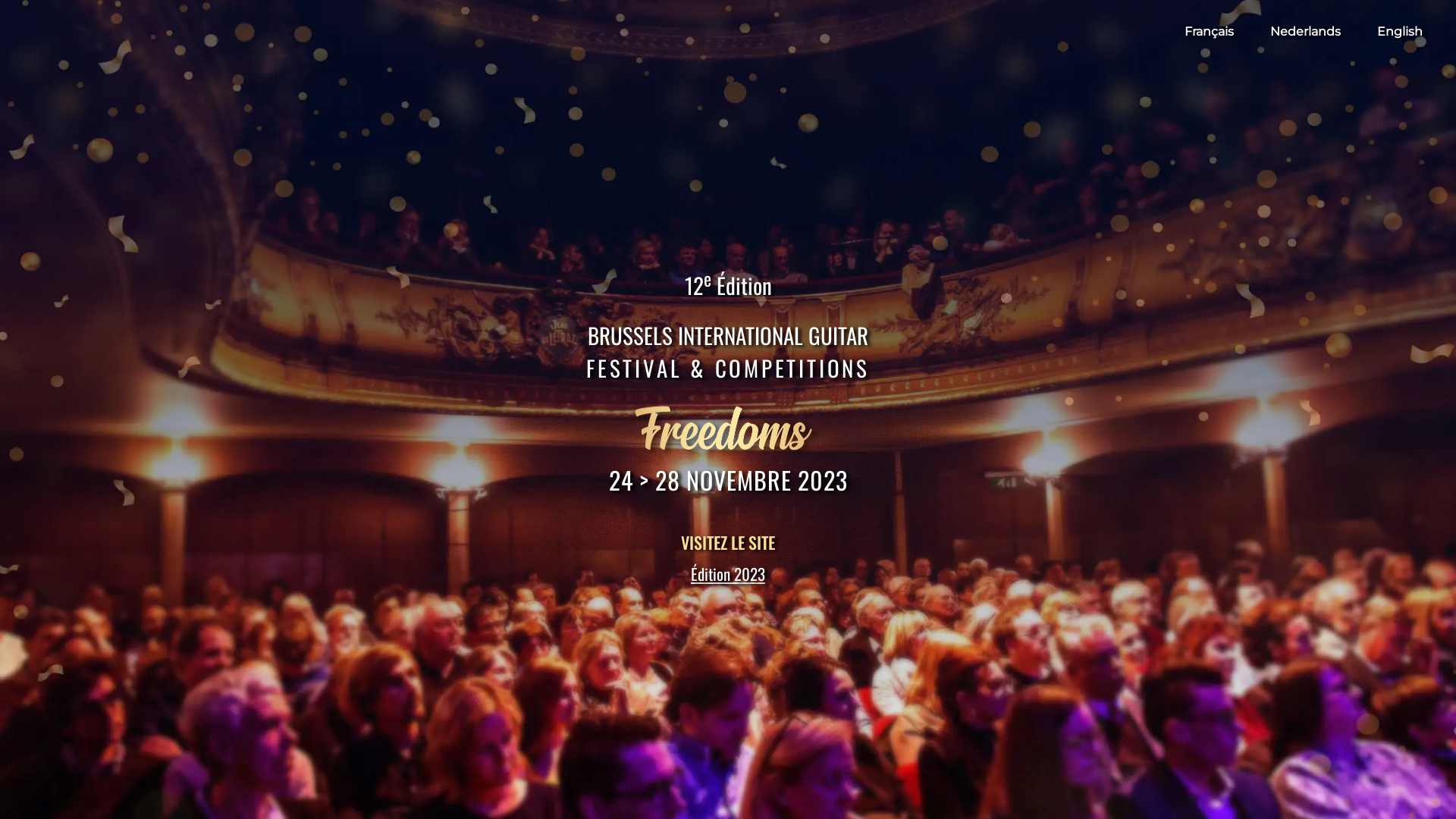 The width and height of the screenshot is (1456, 819). I want to click on 'English', so click(1376, 31).